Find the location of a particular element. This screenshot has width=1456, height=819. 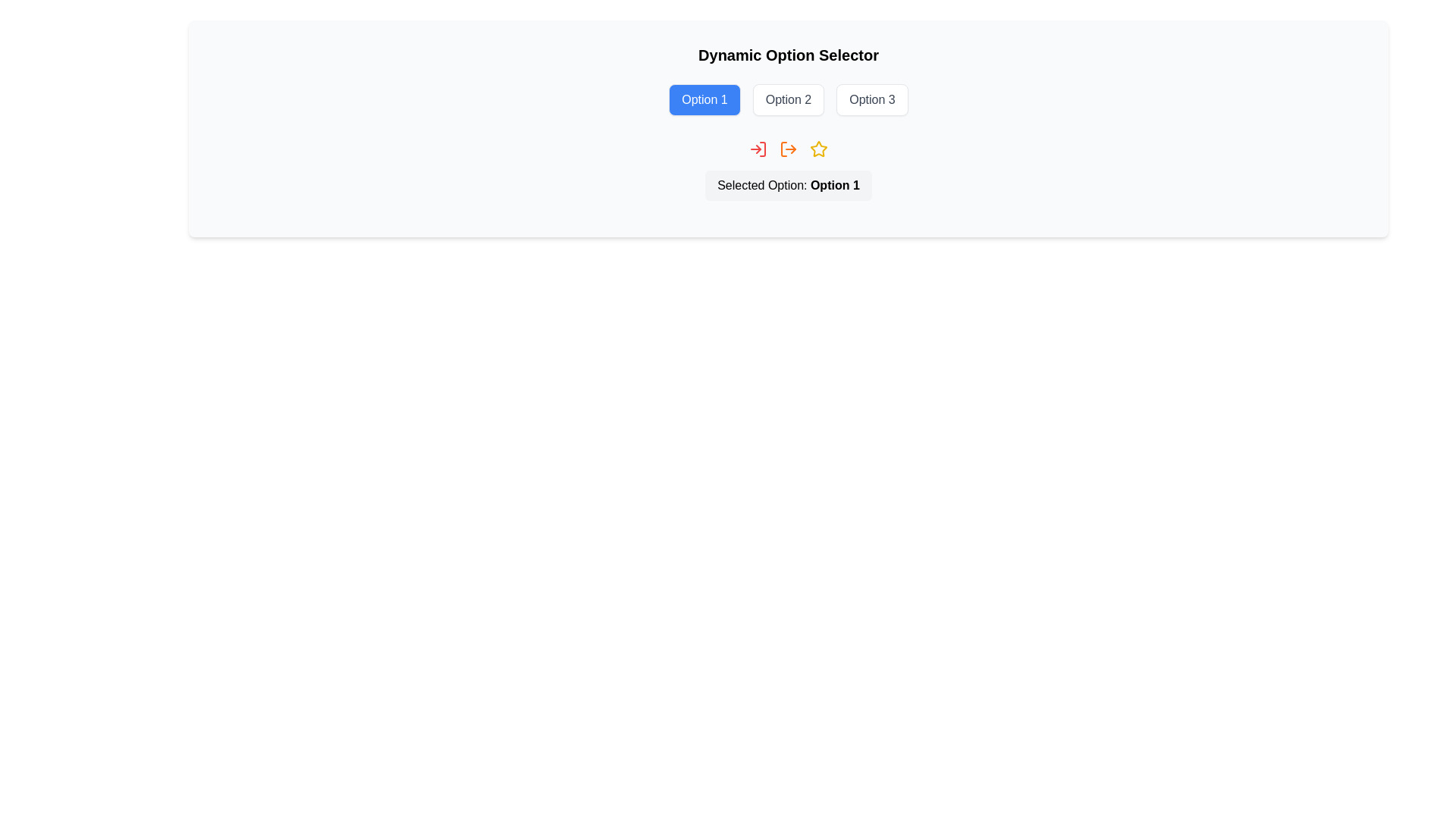

the log-in icon, which is the first icon from the left among three icons in the interface, used for navigating to the login interface is located at coordinates (758, 149).